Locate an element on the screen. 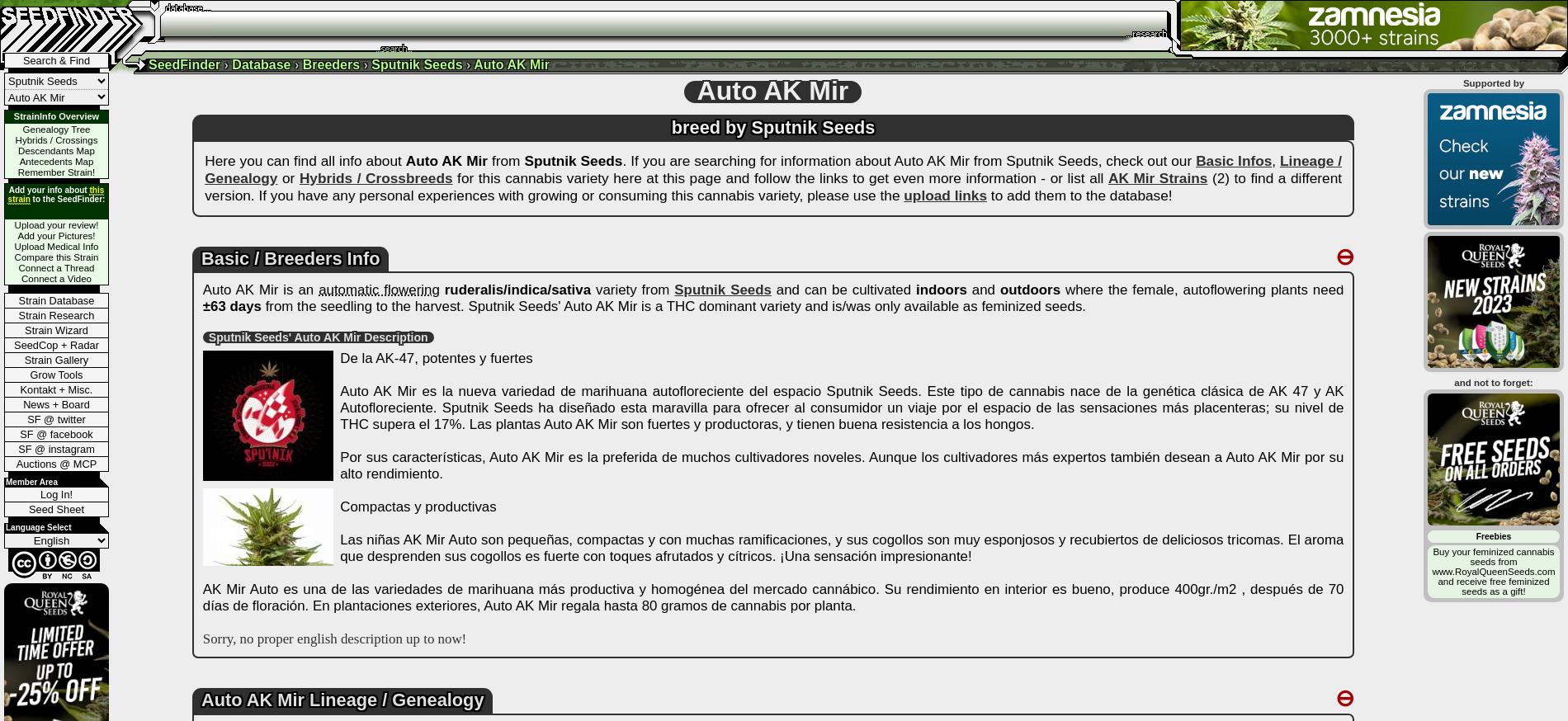 This screenshot has height=721, width=1568. 'for this cannabis variety here at this page and follow the links to get even more information - or list all' is located at coordinates (779, 177).